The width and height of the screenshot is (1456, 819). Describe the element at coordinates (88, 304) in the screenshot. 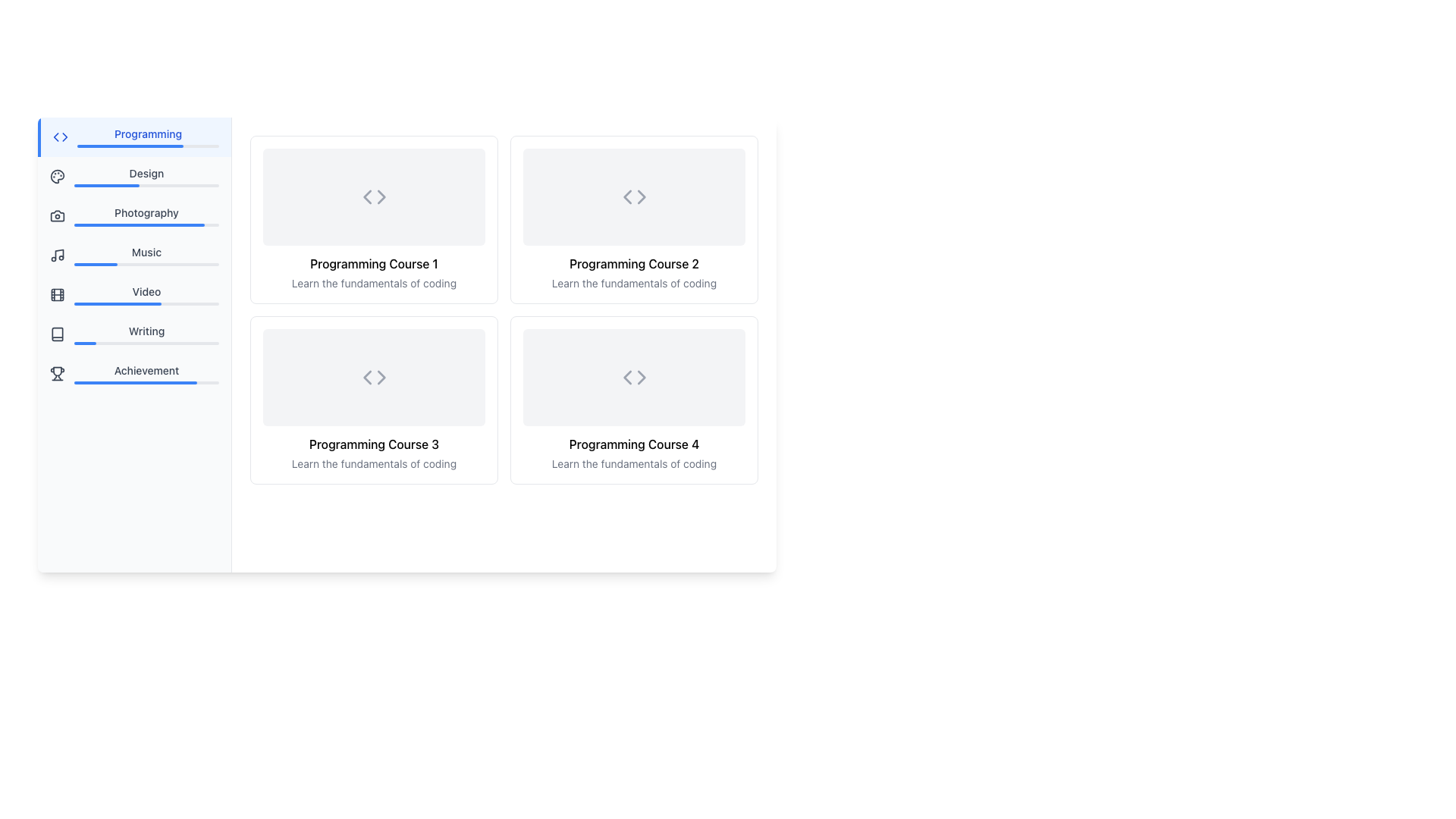

I see `the progress bar` at that location.